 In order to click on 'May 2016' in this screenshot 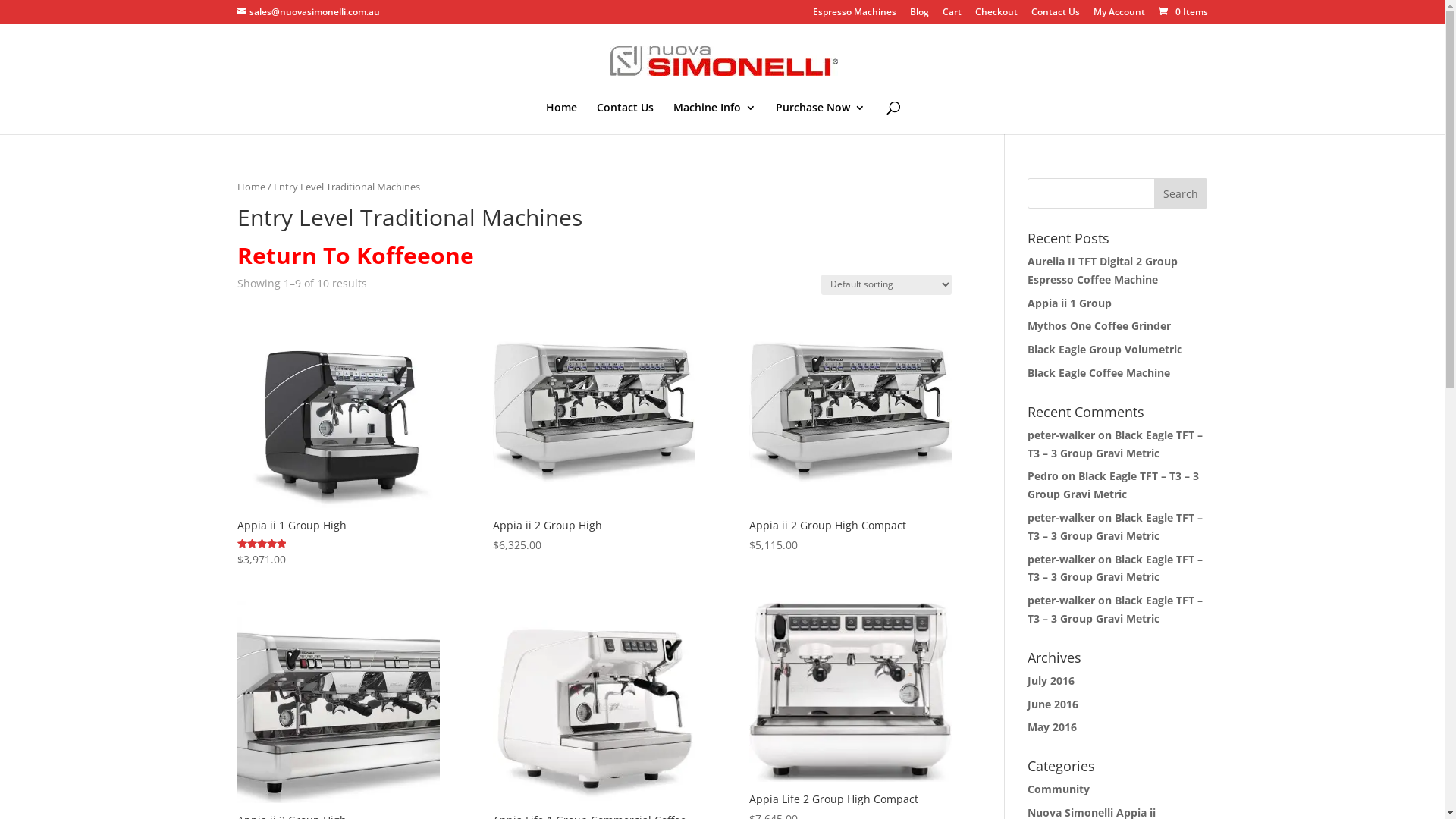, I will do `click(1027, 726)`.